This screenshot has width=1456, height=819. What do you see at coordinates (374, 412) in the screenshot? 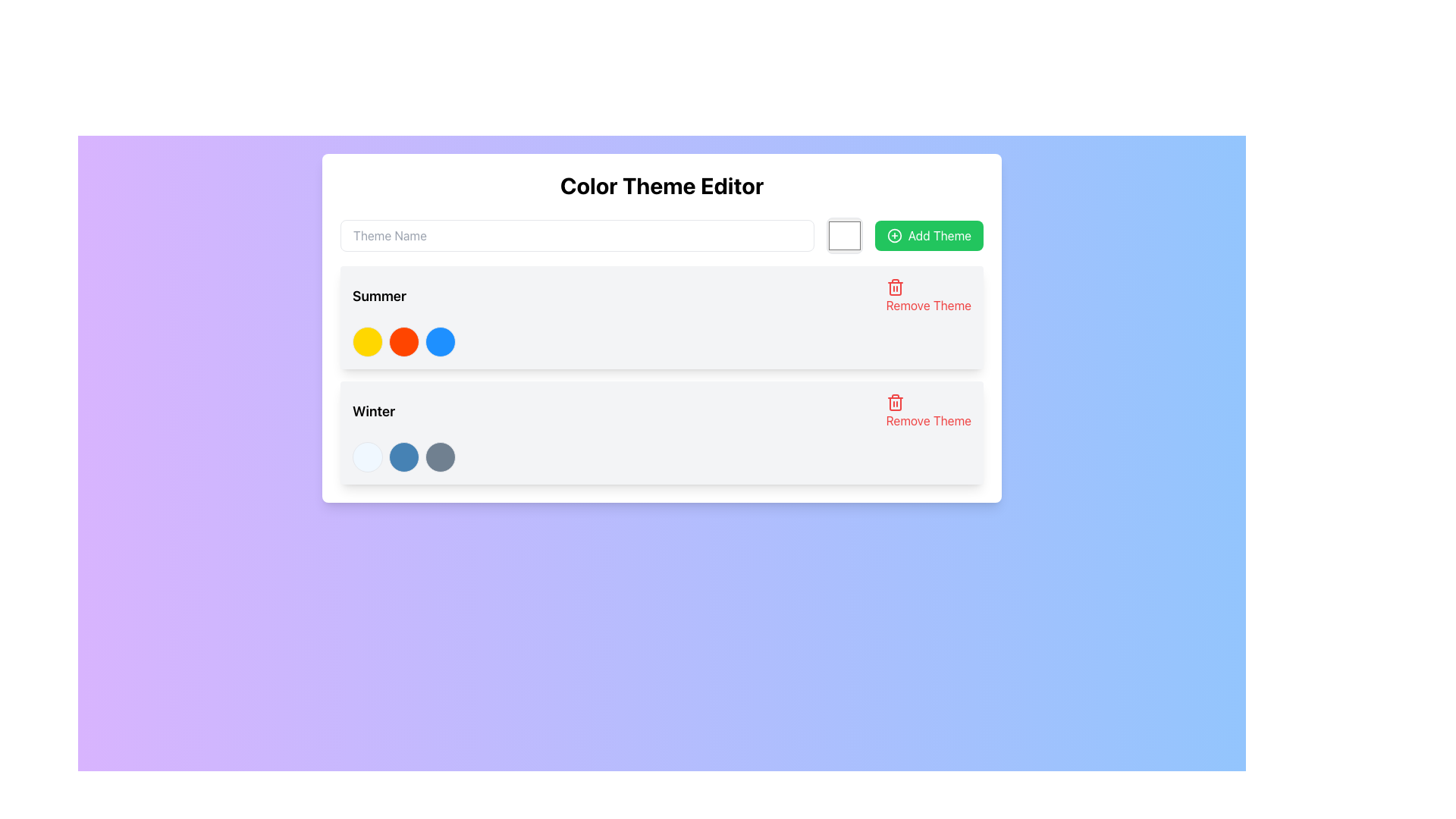
I see `the static text label displaying 'Winter', located in the second main row of the interface beneath the 'Summer' theme section` at bounding box center [374, 412].